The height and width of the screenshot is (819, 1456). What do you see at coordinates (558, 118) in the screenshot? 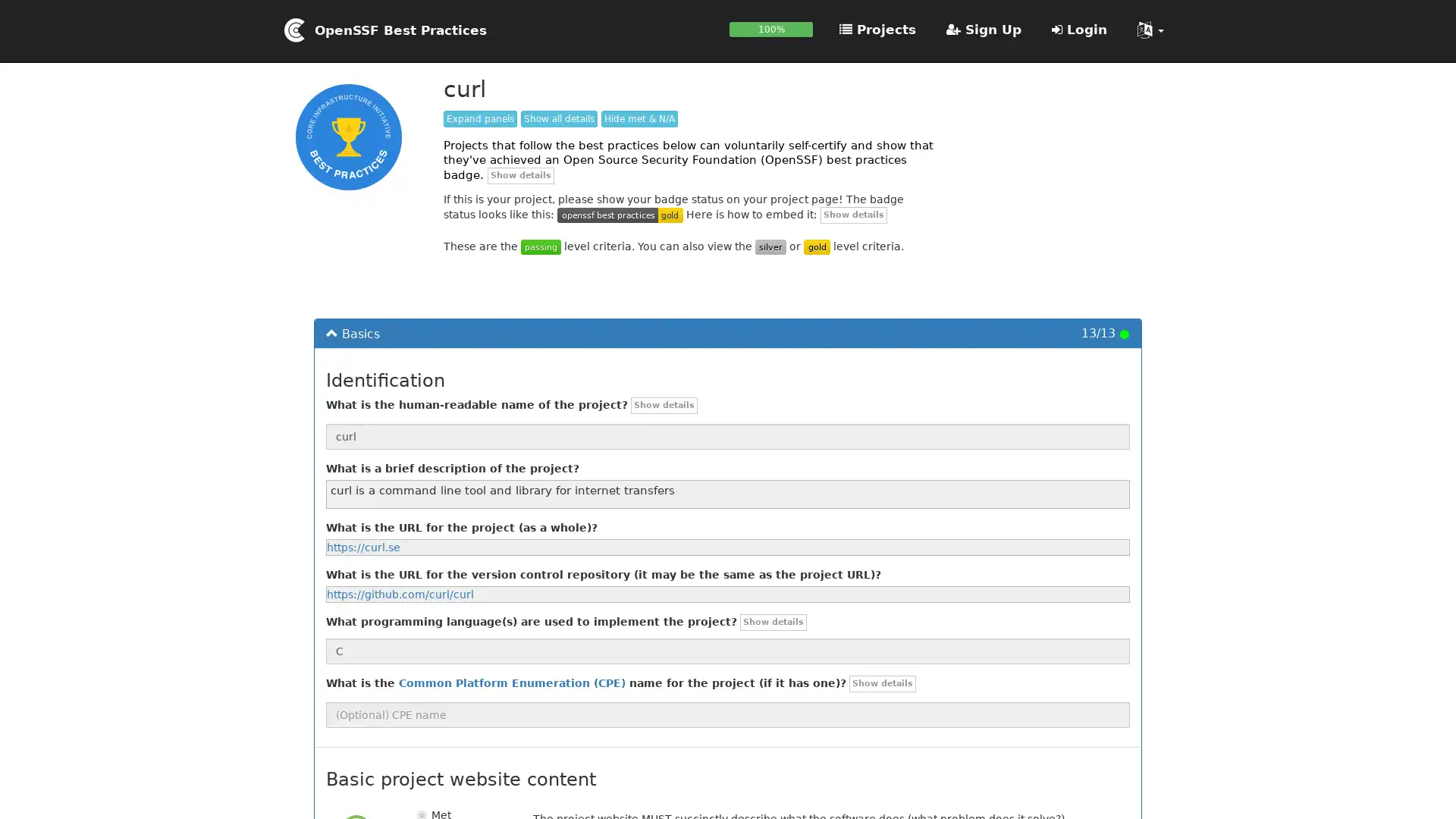
I see `Show all details` at bounding box center [558, 118].